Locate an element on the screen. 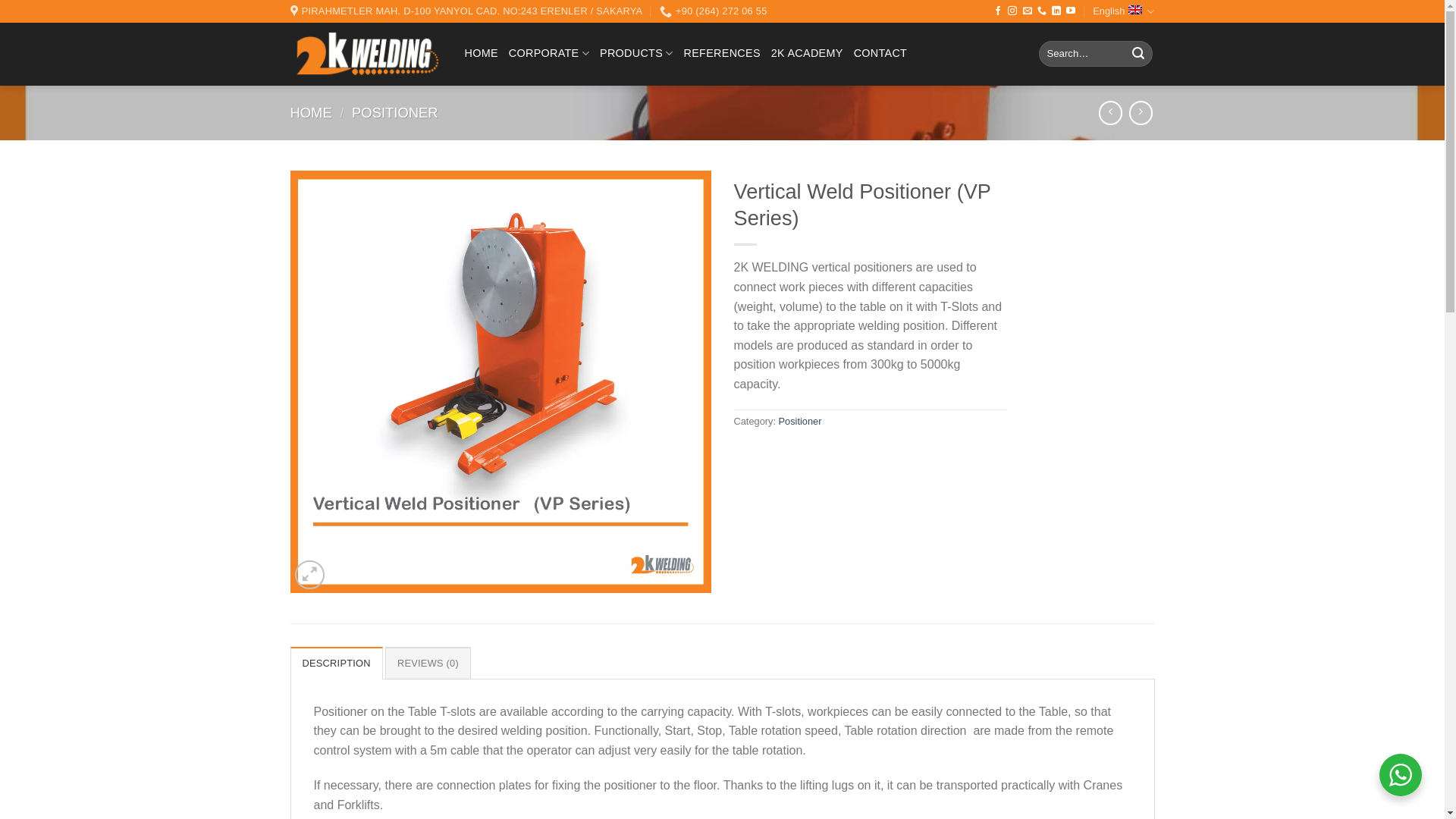 The image size is (1456, 819). 'CORPORATE' is located at coordinates (548, 52).